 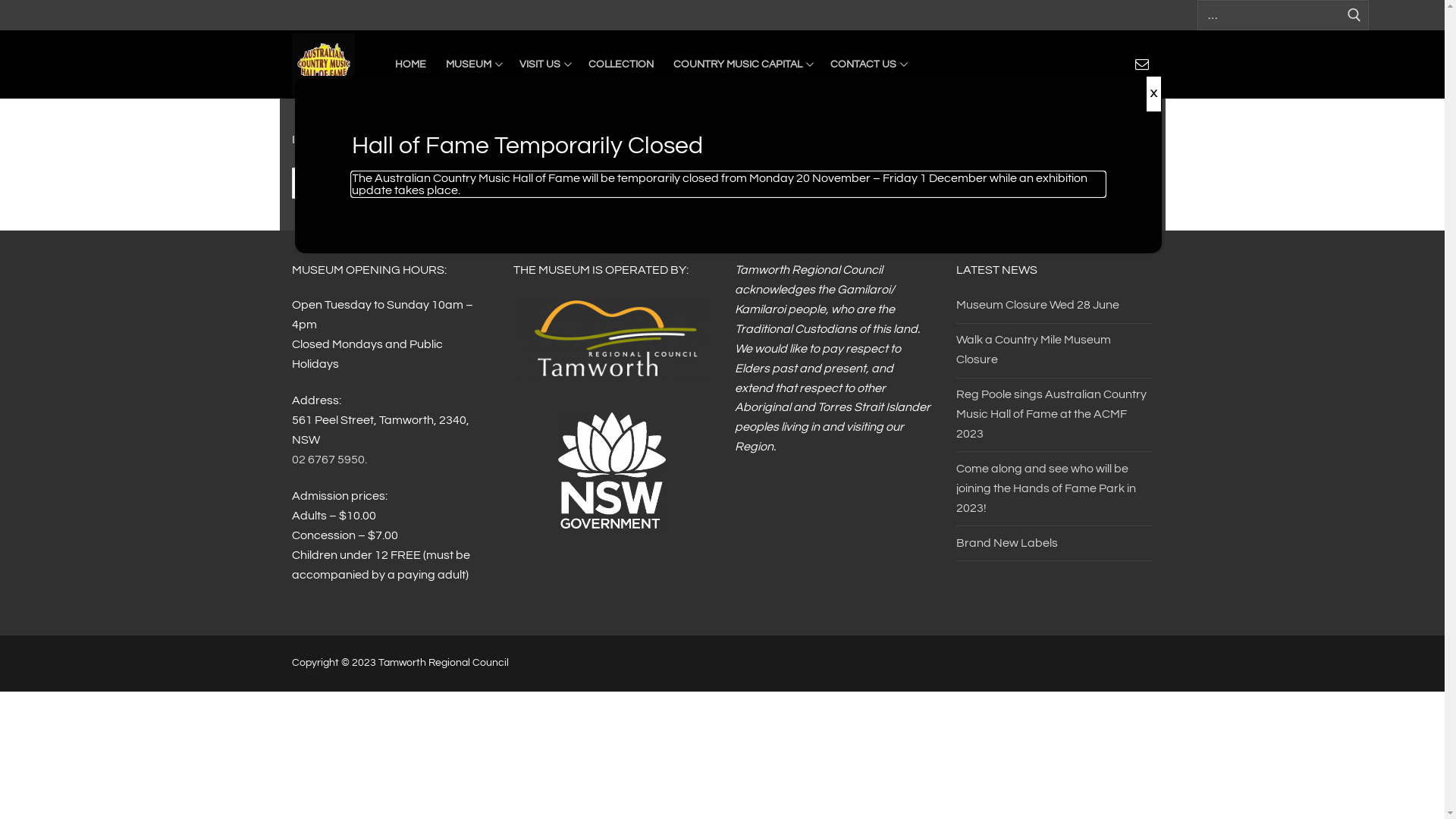 I want to click on 'Museum Closure Wed 28 June', so click(x=1053, y=309).